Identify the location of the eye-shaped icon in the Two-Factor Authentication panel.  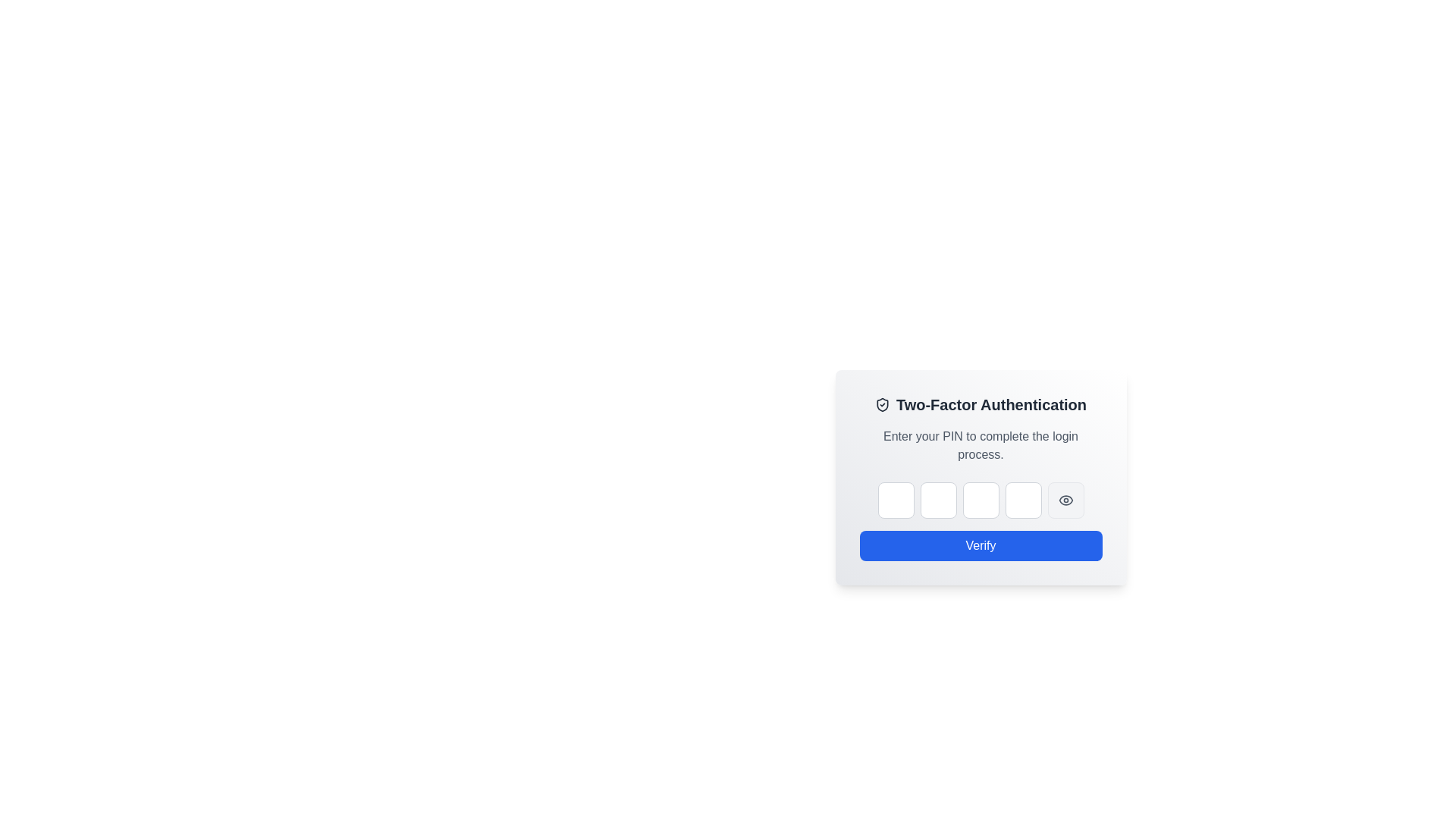
(1065, 500).